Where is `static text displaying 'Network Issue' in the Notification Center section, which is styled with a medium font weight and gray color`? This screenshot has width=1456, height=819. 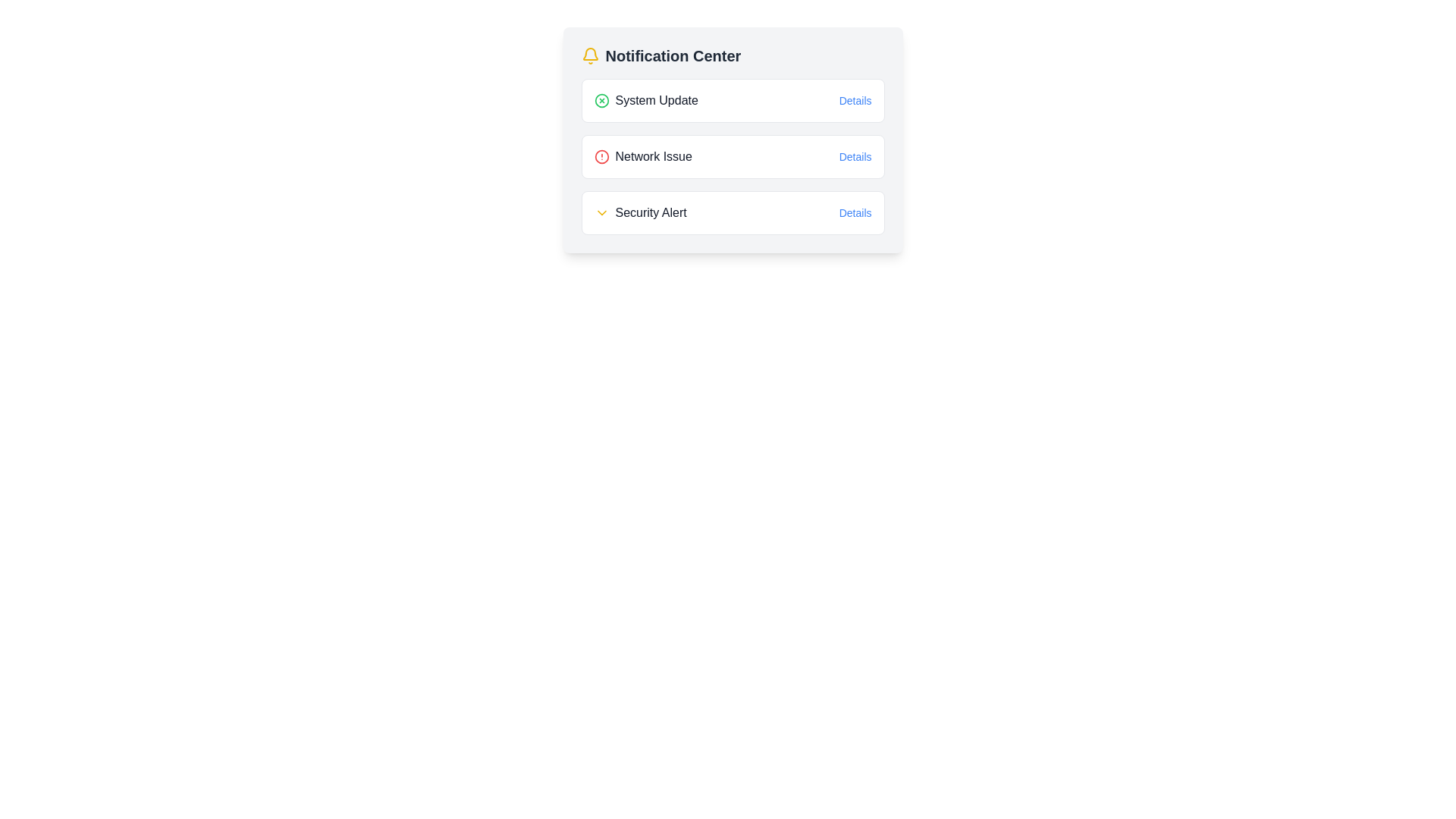 static text displaying 'Network Issue' in the Notification Center section, which is styled with a medium font weight and gray color is located at coordinates (654, 157).